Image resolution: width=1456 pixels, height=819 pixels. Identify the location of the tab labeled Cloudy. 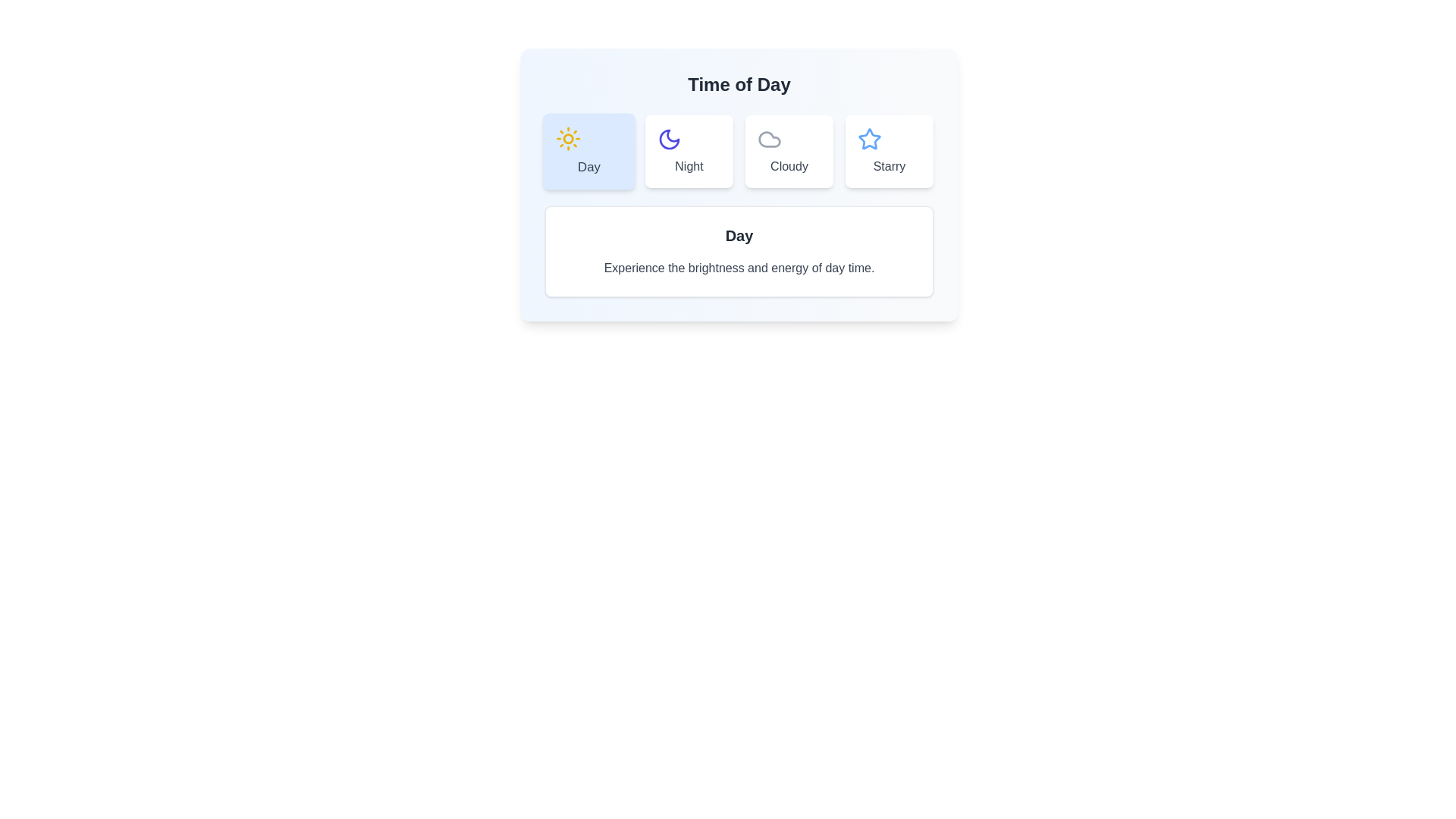
(789, 152).